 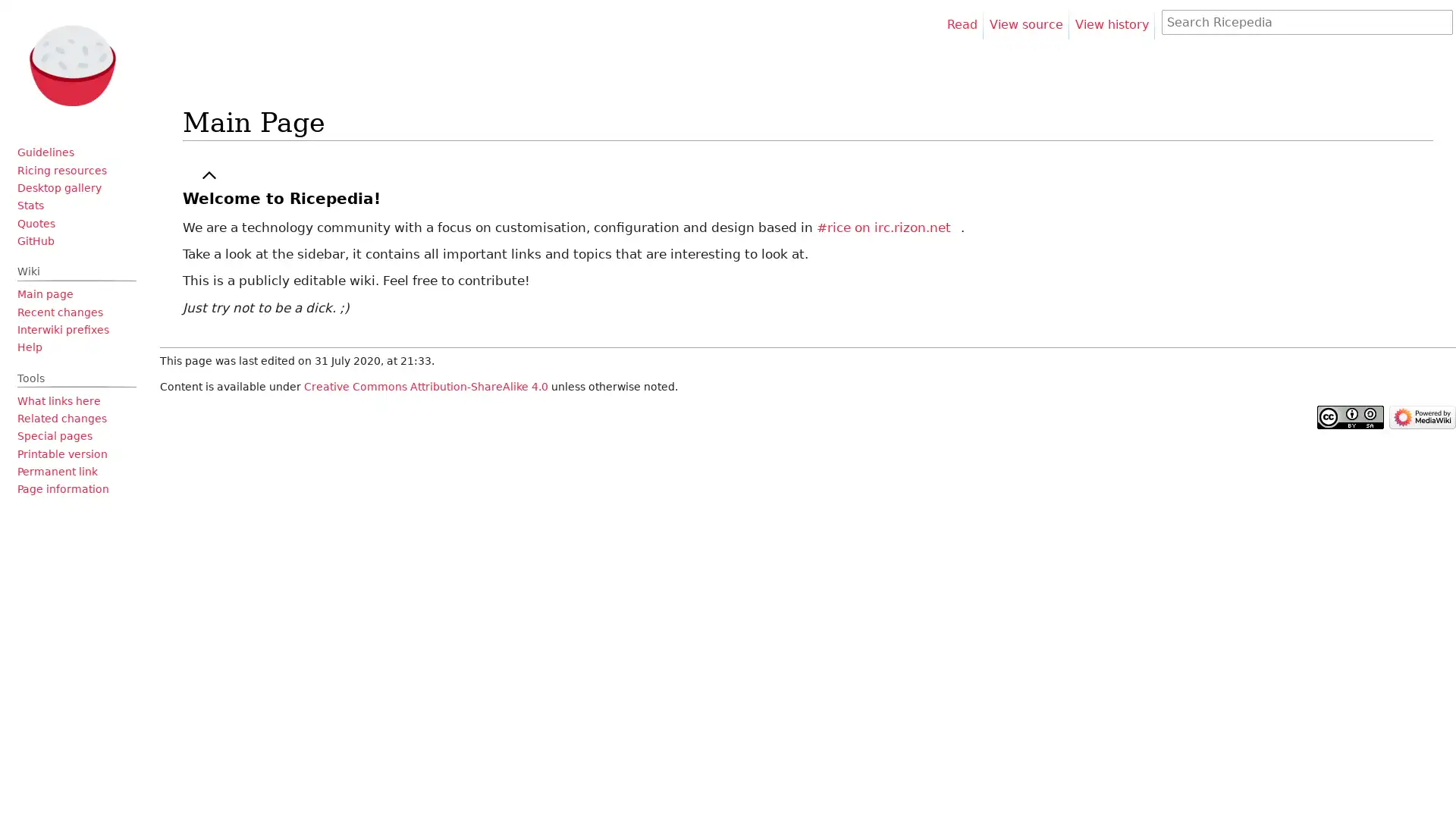 What do you see at coordinates (281, 198) in the screenshot?
I see `Welcome to Ricepedia!` at bounding box center [281, 198].